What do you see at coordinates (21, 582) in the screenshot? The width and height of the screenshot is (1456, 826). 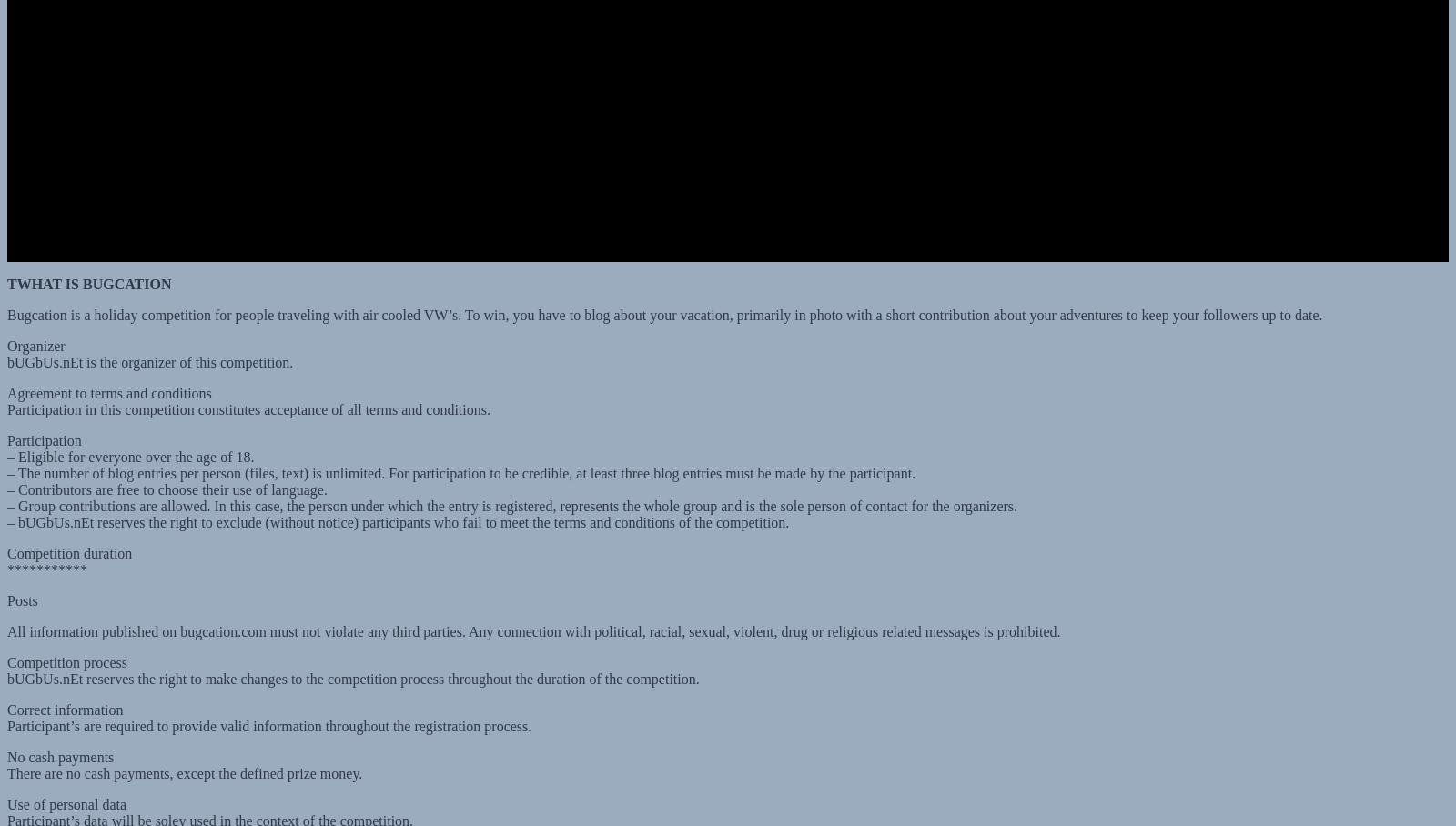 I see `'Posts'` at bounding box center [21, 582].